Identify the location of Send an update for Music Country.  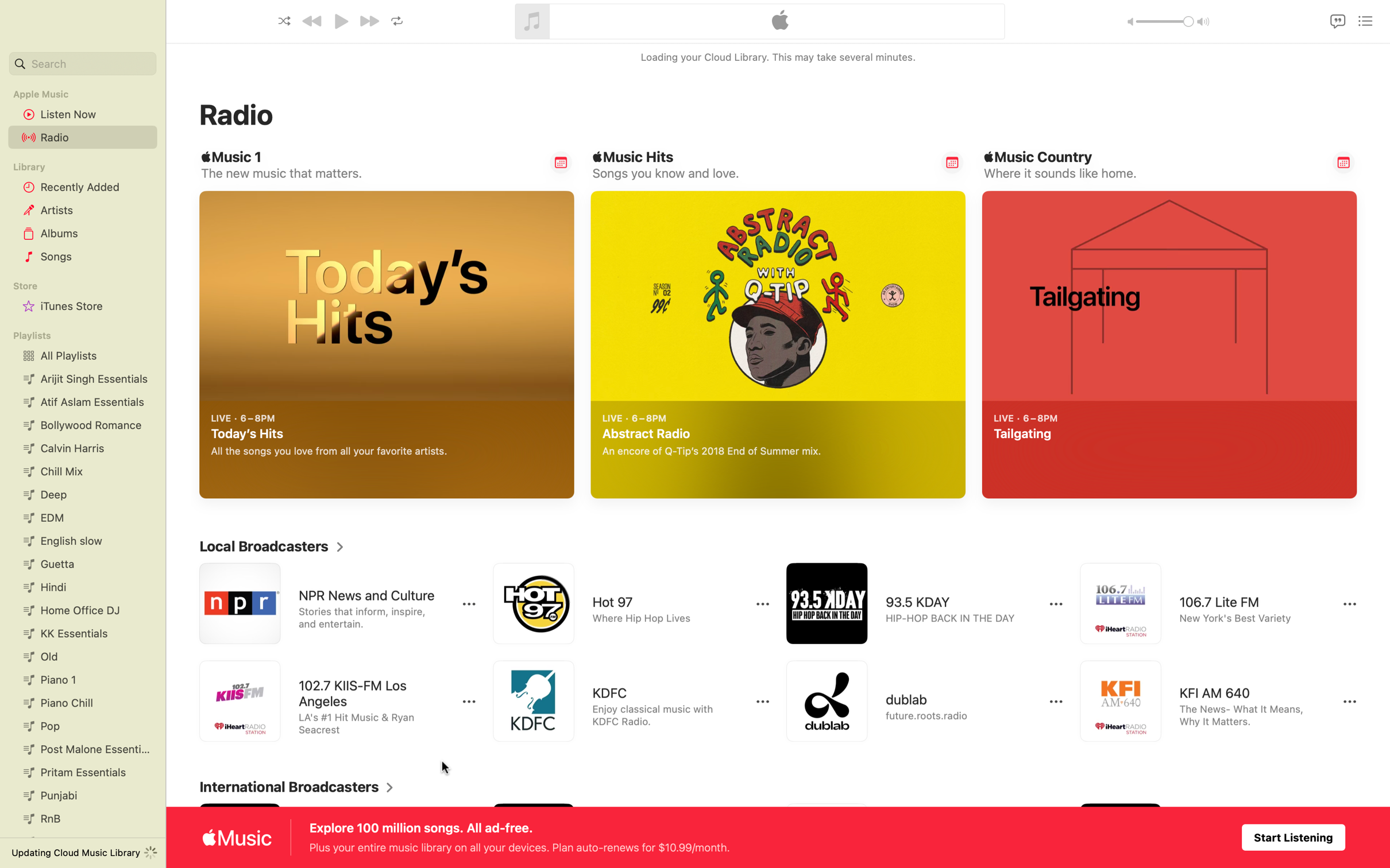
(1343, 161).